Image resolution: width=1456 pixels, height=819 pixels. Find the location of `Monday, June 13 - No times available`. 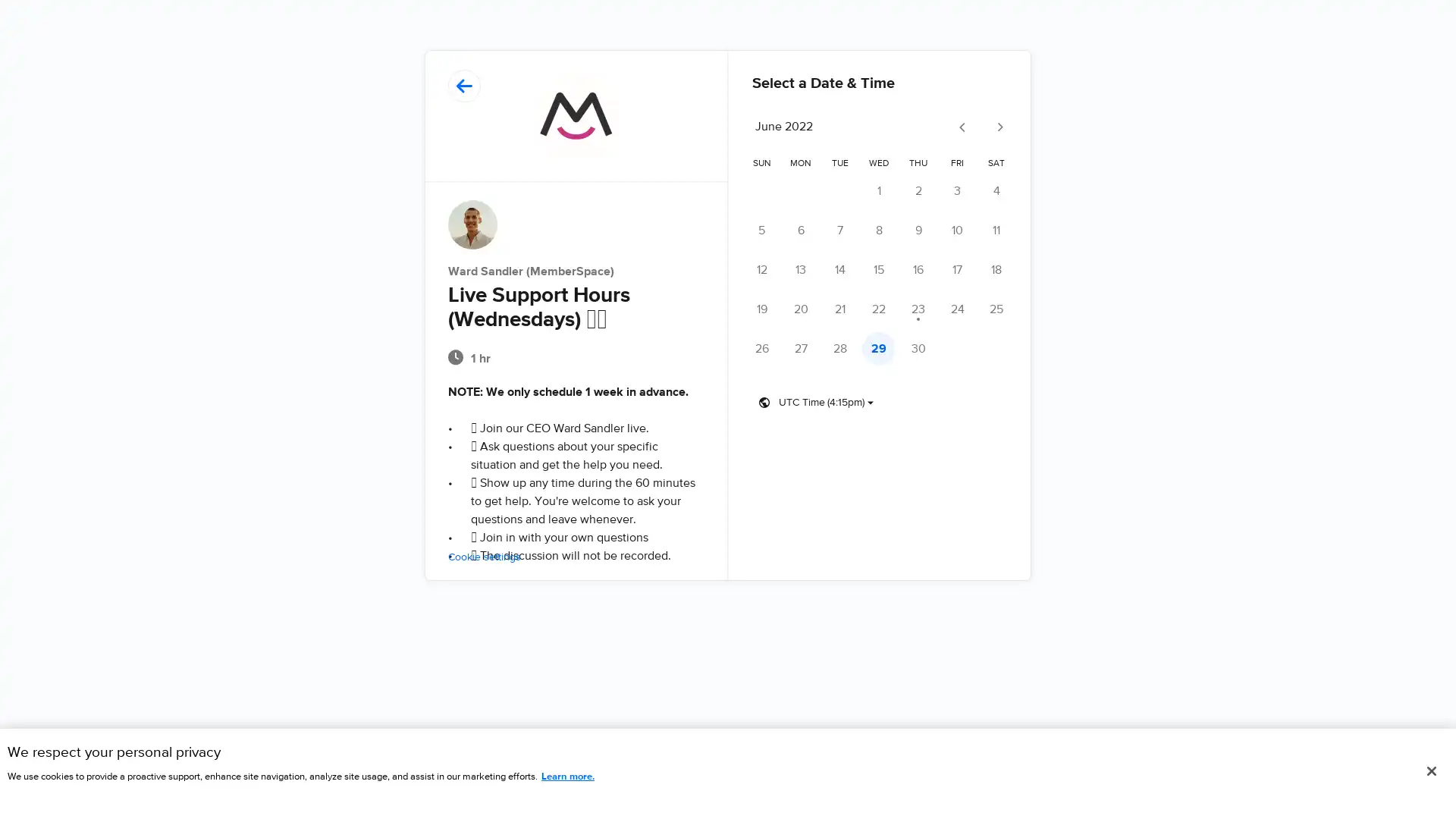

Monday, June 13 - No times available is located at coordinates (800, 268).